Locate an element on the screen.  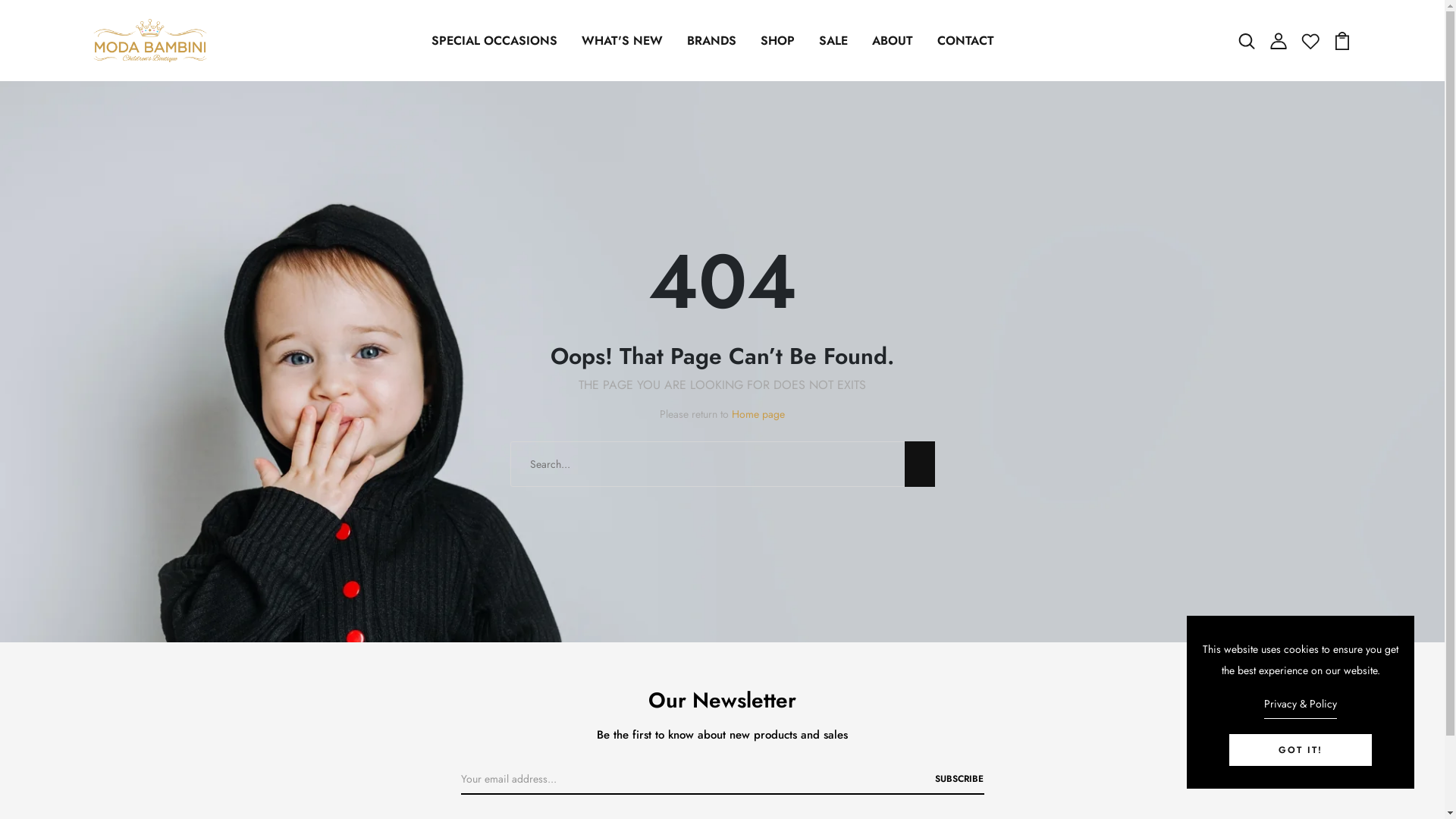
'image/svg+xml' is located at coordinates (1310, 39).